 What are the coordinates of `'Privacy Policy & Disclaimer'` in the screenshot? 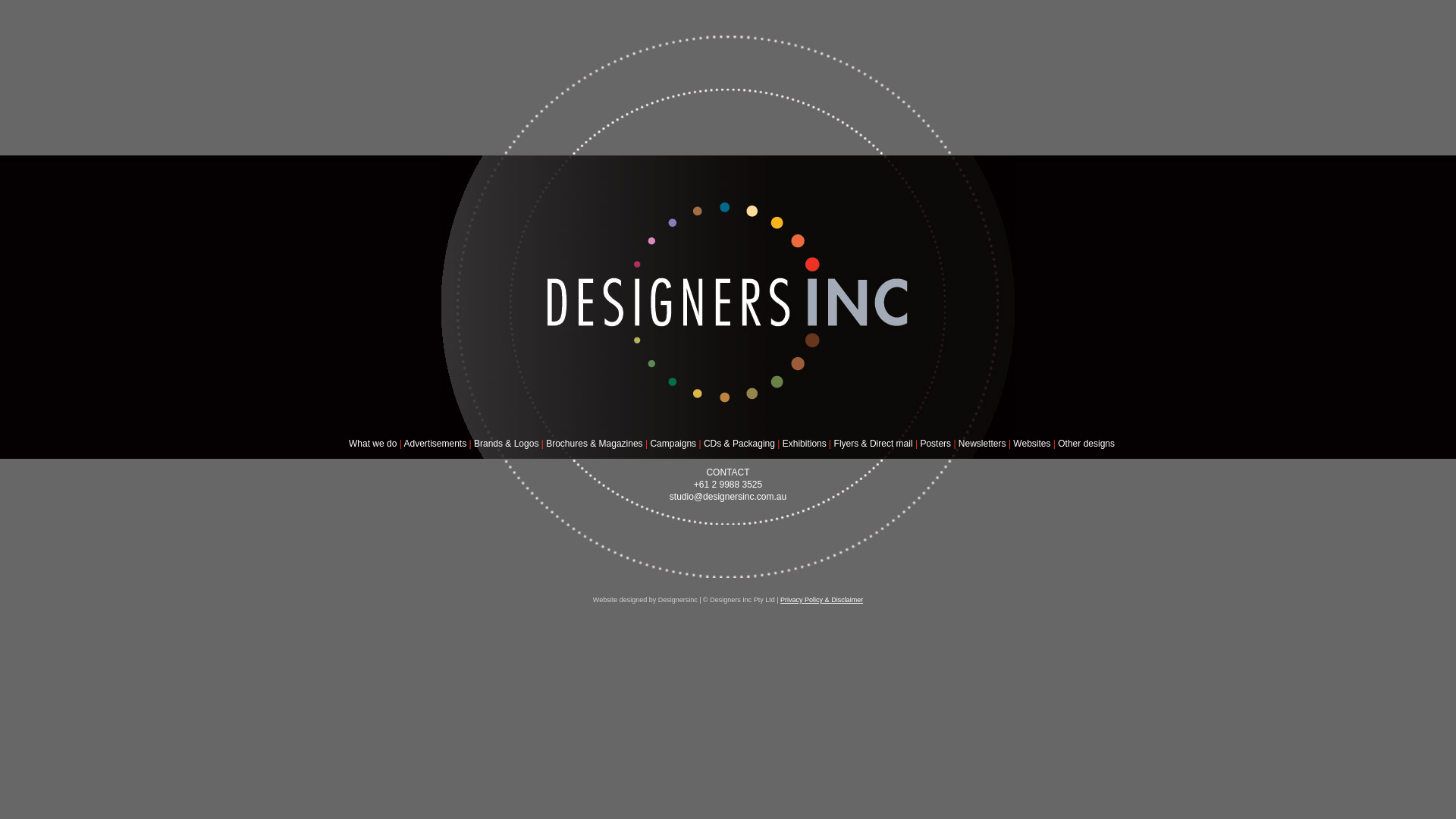 It's located at (780, 598).